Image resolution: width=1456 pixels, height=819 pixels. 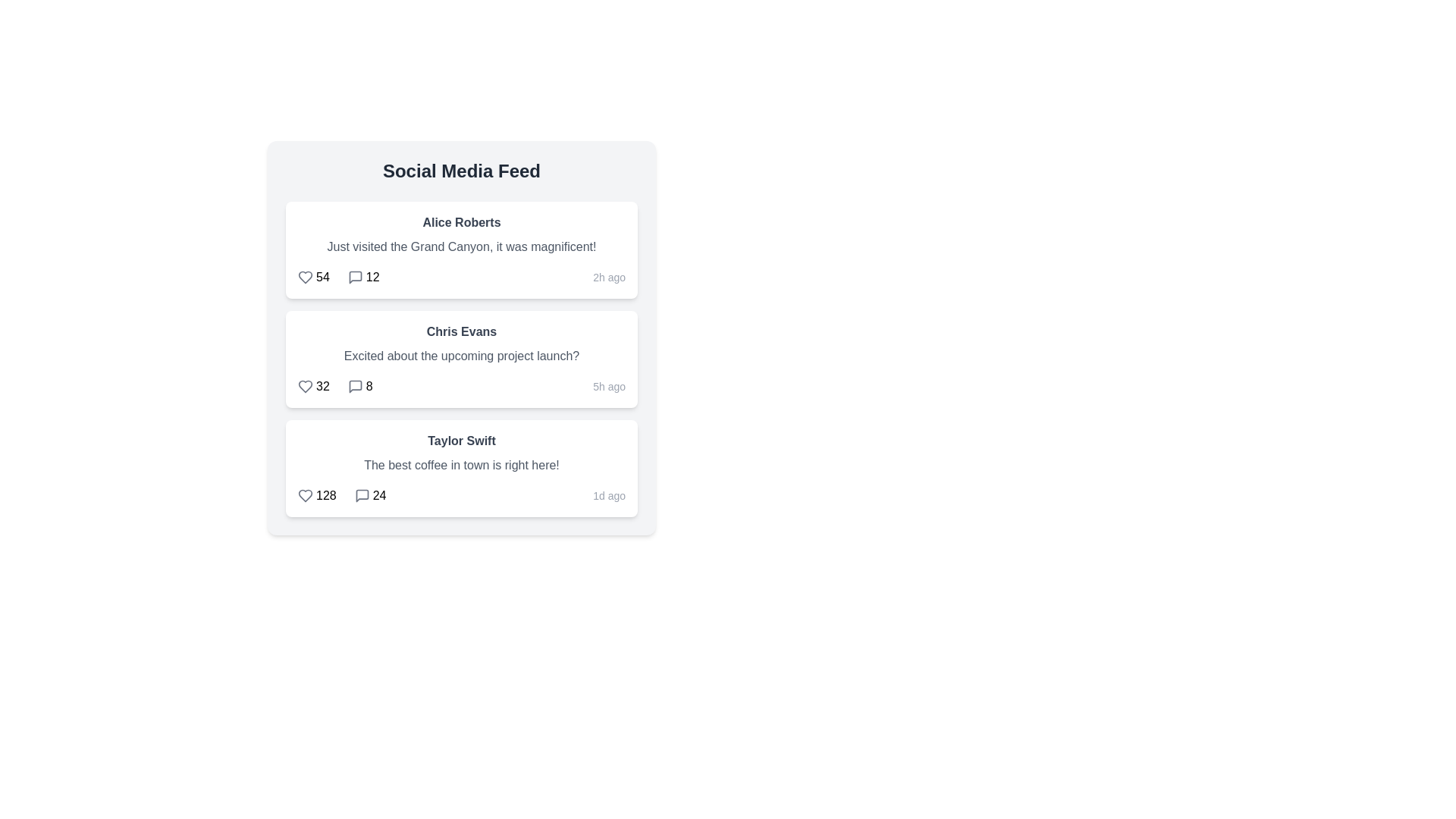 What do you see at coordinates (354, 278) in the screenshot?
I see `the comment icon for the post by Alice Roberts` at bounding box center [354, 278].